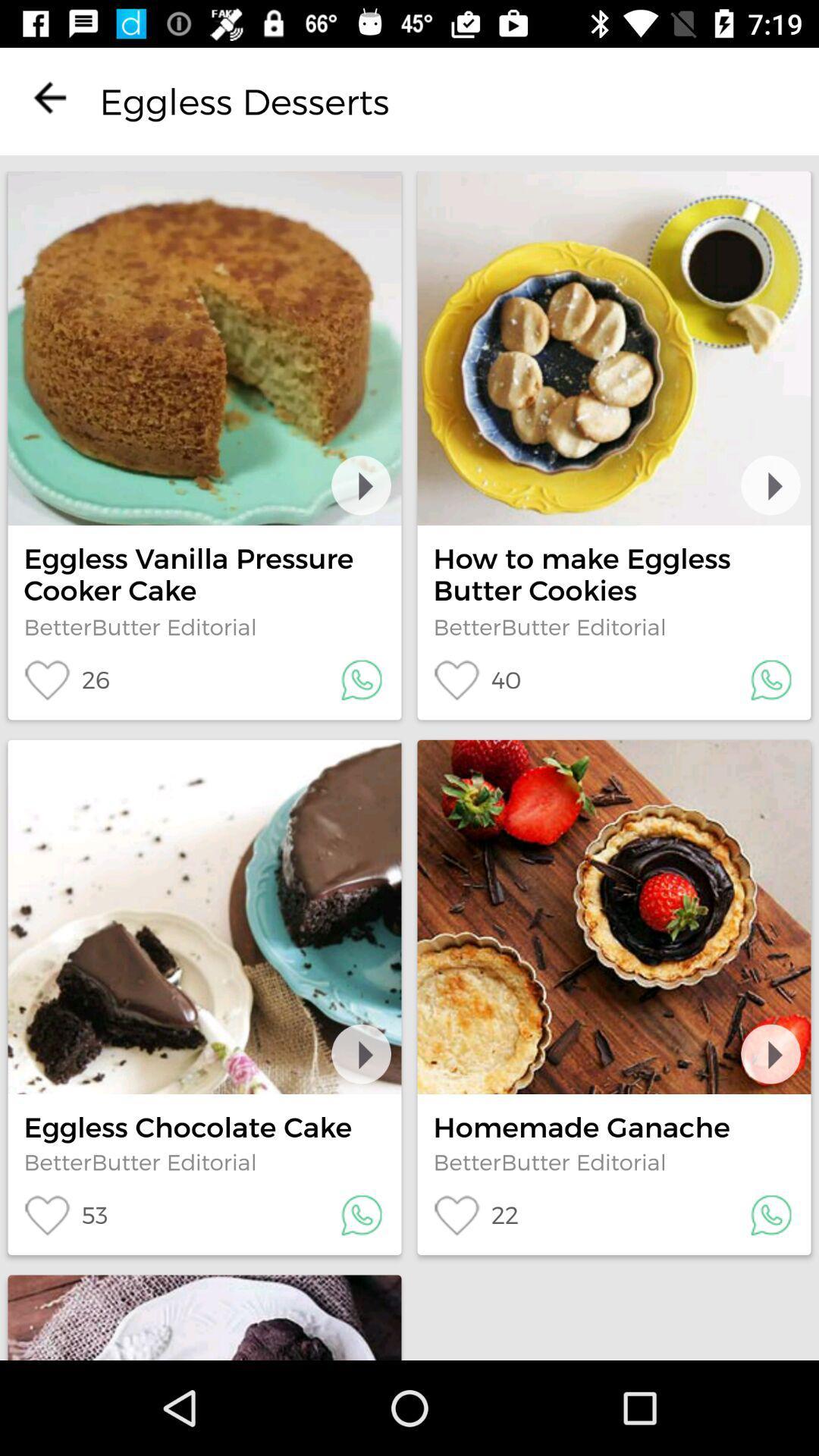 This screenshot has width=819, height=1456. Describe the element at coordinates (475, 1215) in the screenshot. I see `22 icon` at that location.